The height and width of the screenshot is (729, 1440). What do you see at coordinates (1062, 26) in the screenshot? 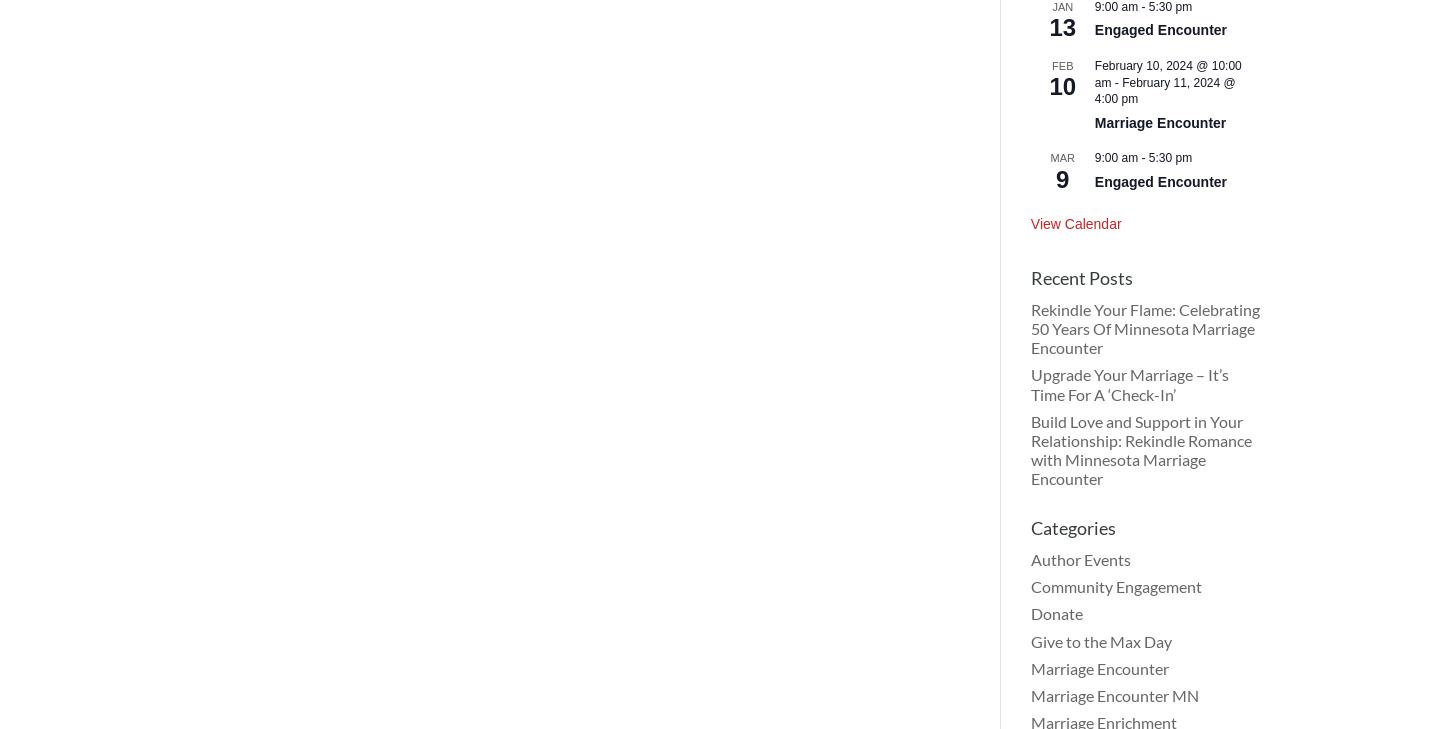
I see `'13'` at bounding box center [1062, 26].